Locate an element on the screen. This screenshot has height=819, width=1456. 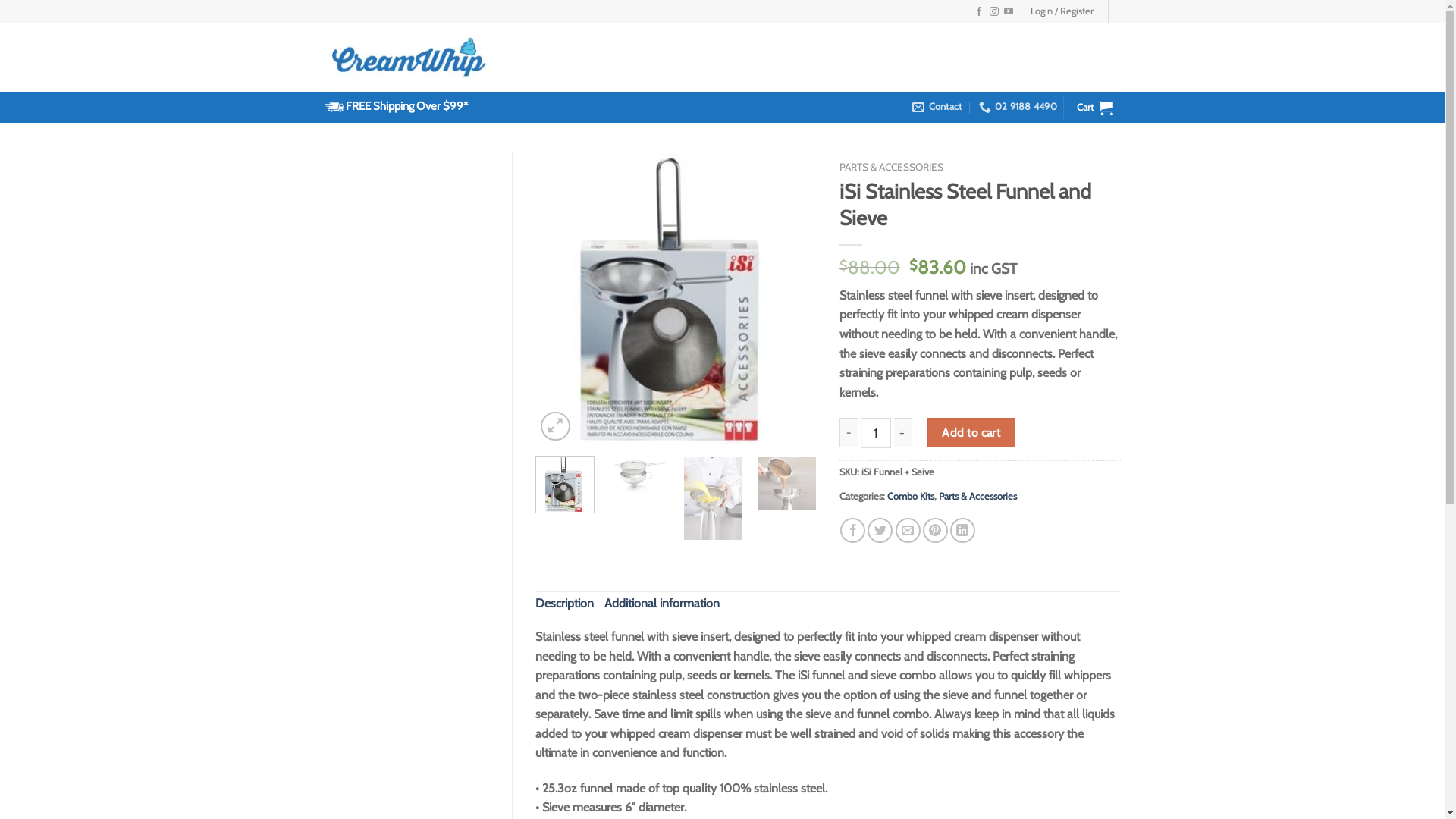
'Add to cart' is located at coordinates (971, 432).